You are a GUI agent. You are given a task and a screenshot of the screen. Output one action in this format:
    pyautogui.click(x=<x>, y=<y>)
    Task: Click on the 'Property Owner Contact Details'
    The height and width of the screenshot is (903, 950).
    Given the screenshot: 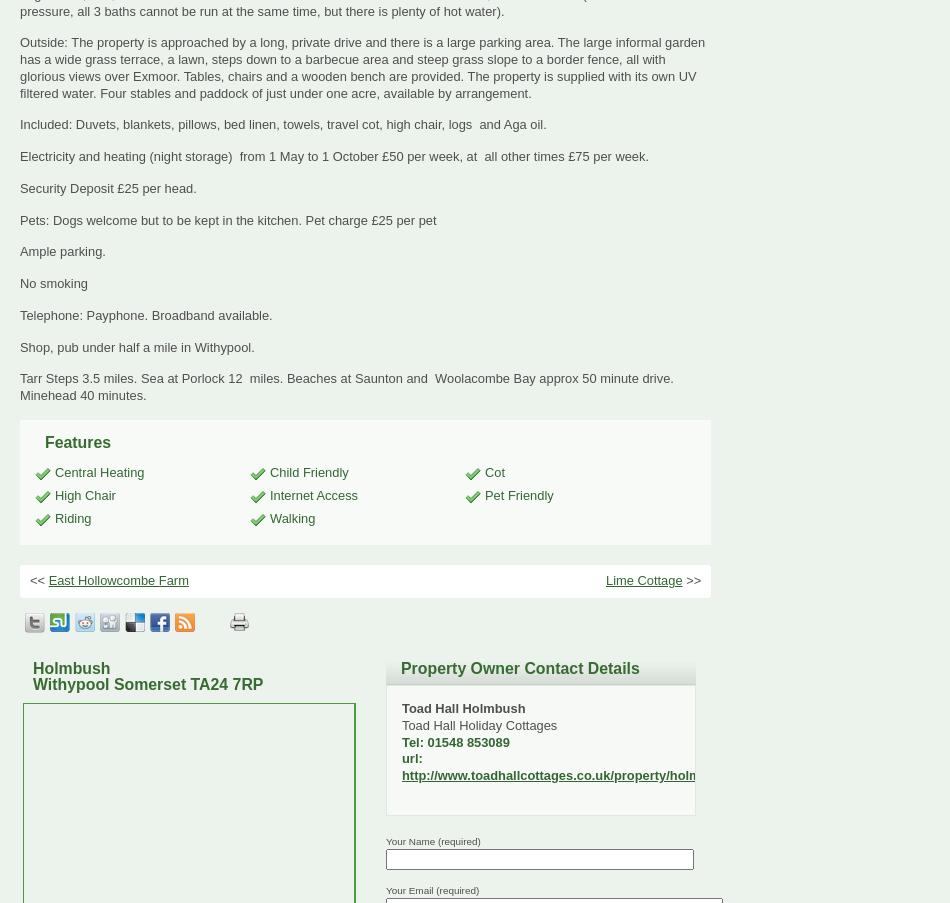 What is the action you would take?
    pyautogui.click(x=520, y=667)
    